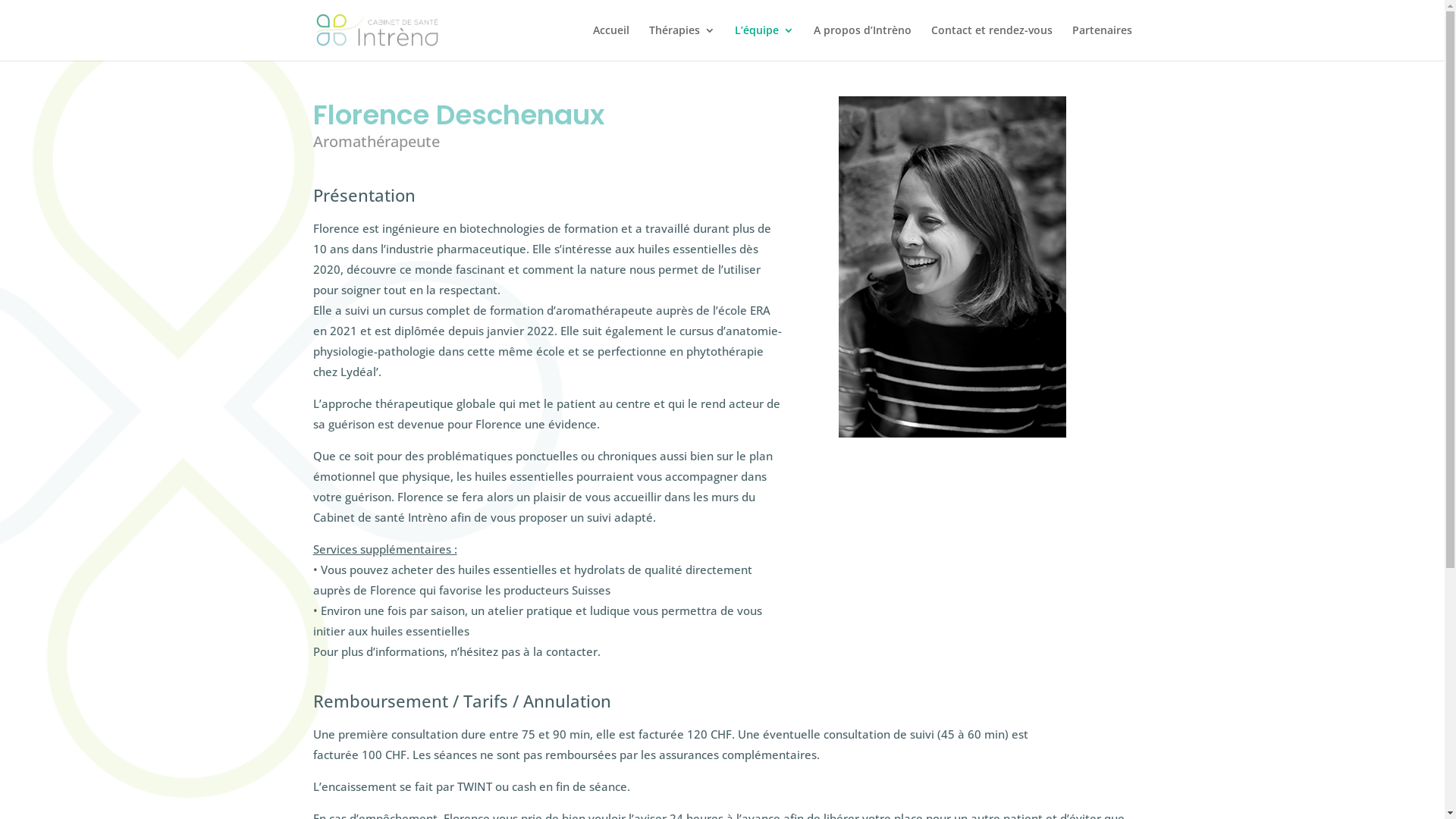  Describe the element at coordinates (991, 42) in the screenshot. I see `'Contact et rendez-vous'` at that location.